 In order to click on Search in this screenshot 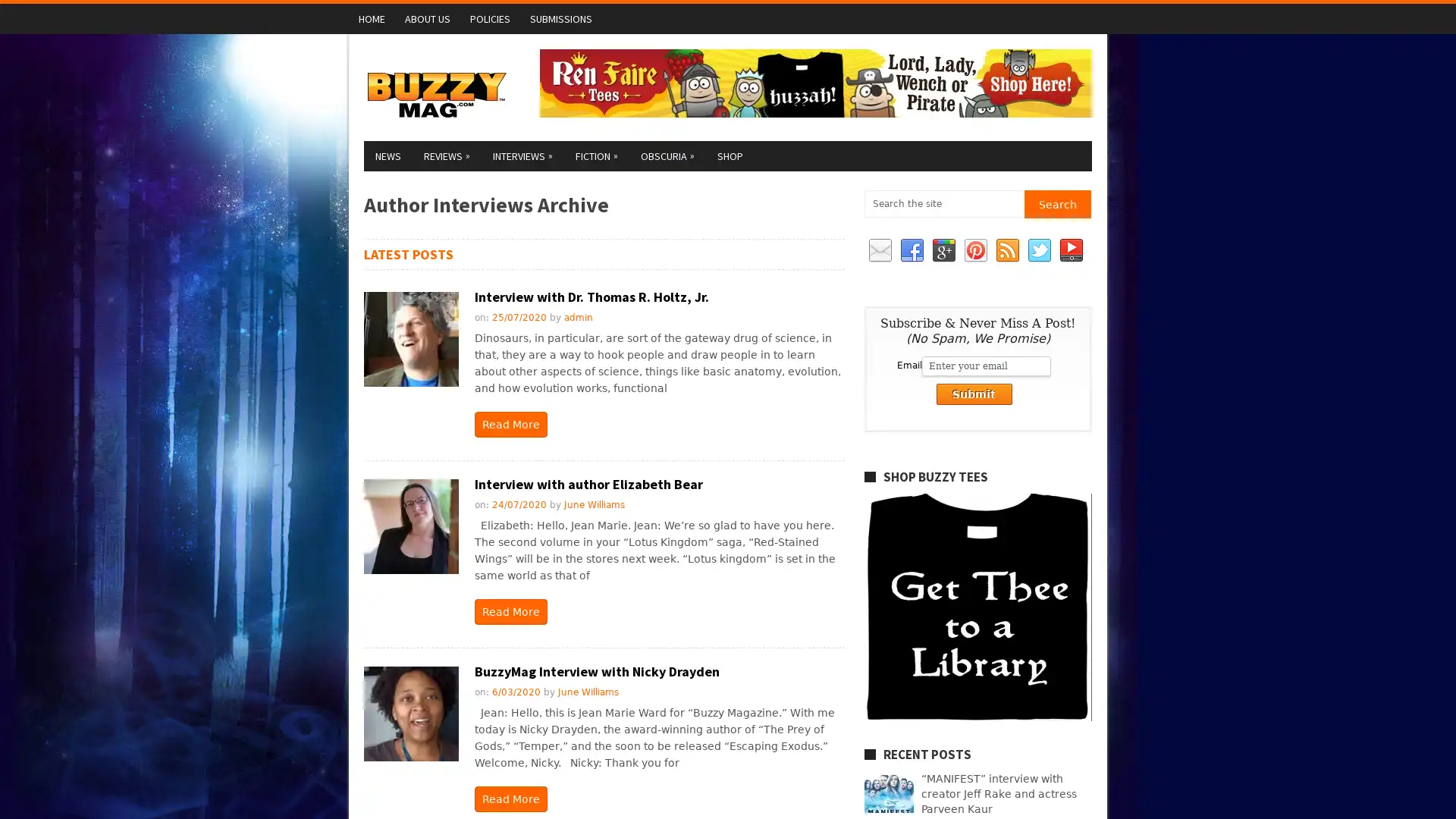, I will do `click(1056, 203)`.